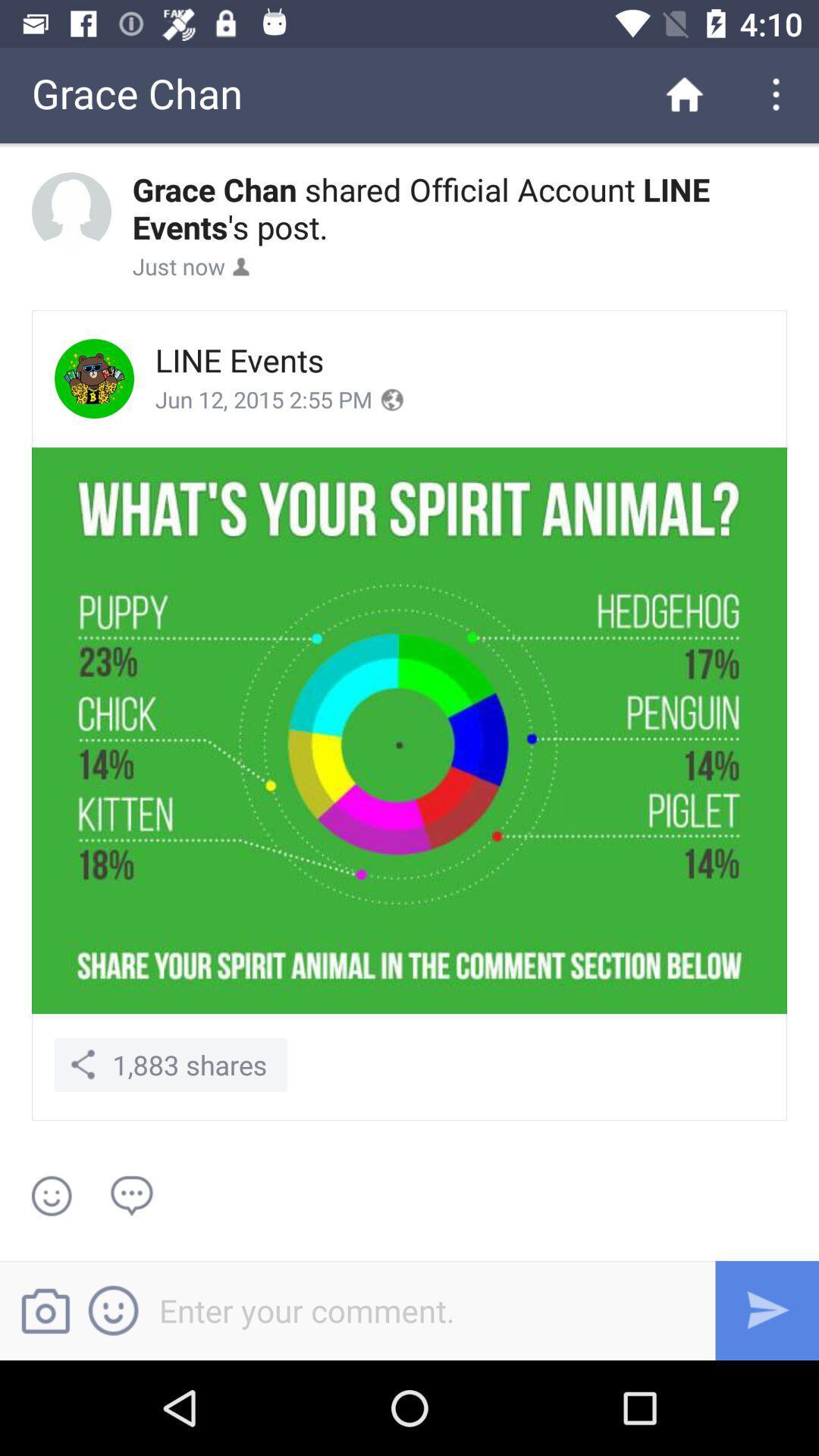 This screenshot has height=1456, width=819. What do you see at coordinates (122, 1310) in the screenshot?
I see `the emoji icon` at bounding box center [122, 1310].